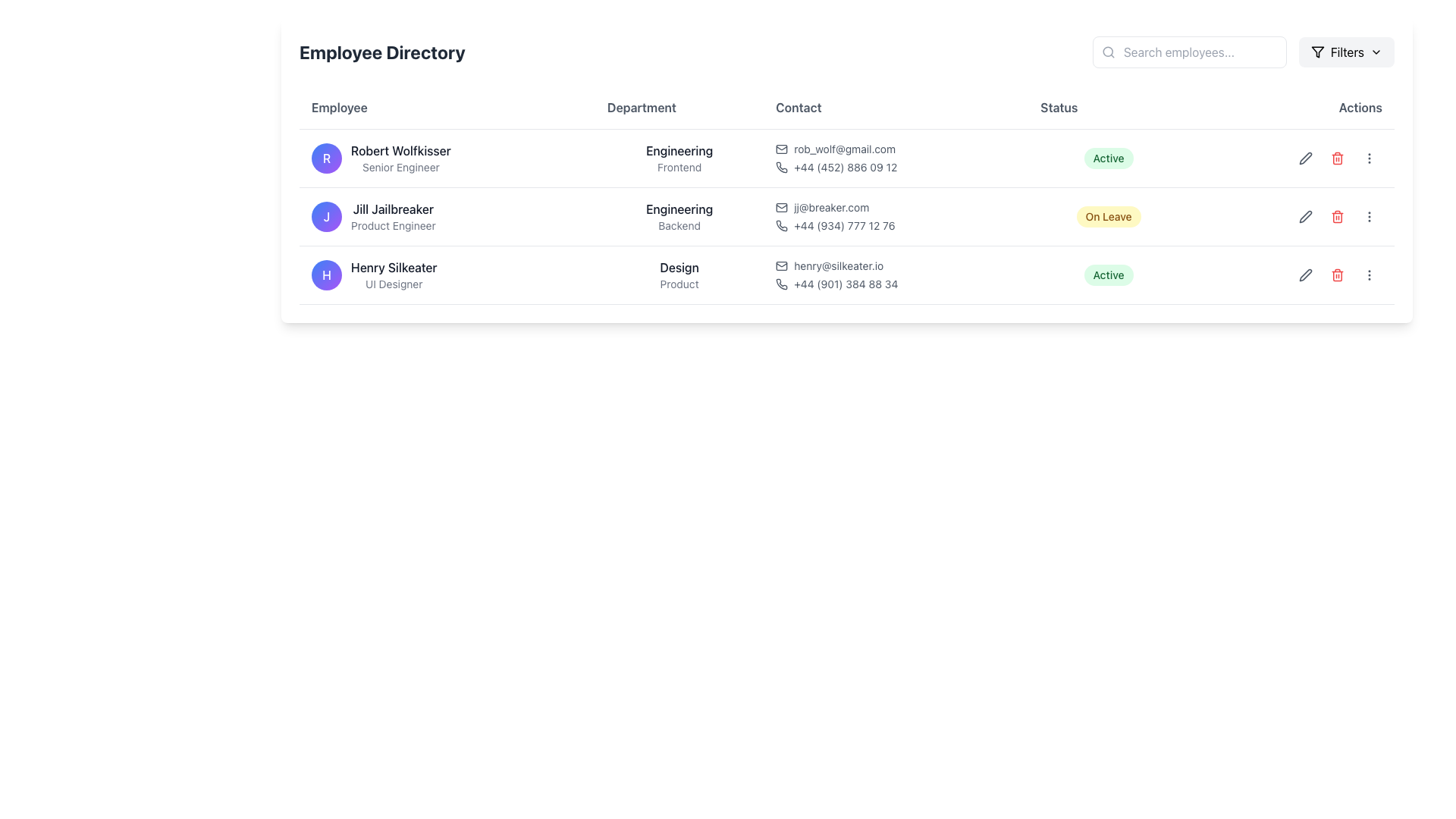 This screenshot has width=1456, height=819. I want to click on the static text element displaying the phone number for 'Henry Silkeater', located in the 'Contact' column of the 'Employee Directory' table, directly below the email address 'henry@silkeater.io', so click(896, 284).